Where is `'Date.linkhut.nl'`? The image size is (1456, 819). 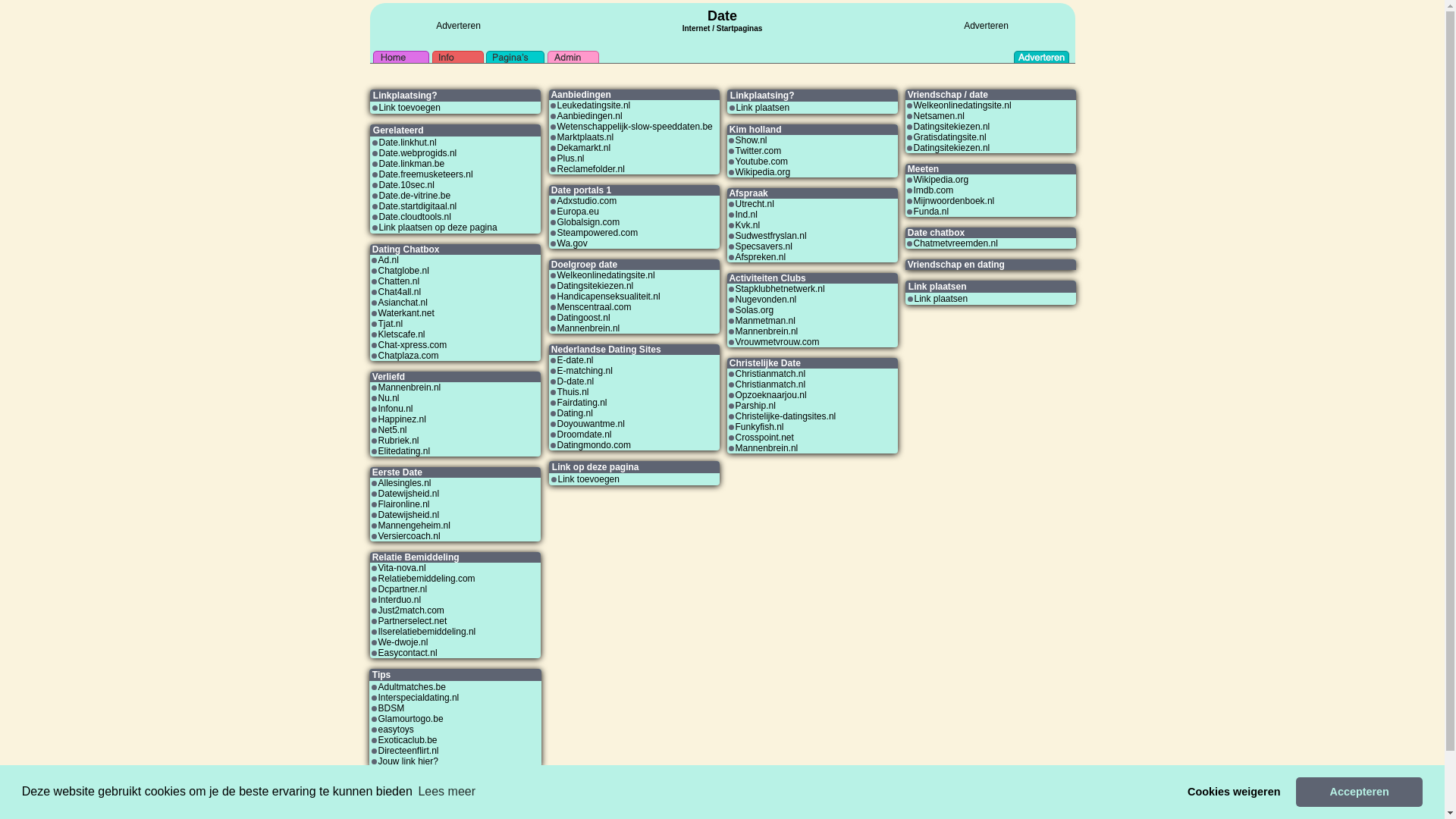
'Date.linkhut.nl' is located at coordinates (378, 143).